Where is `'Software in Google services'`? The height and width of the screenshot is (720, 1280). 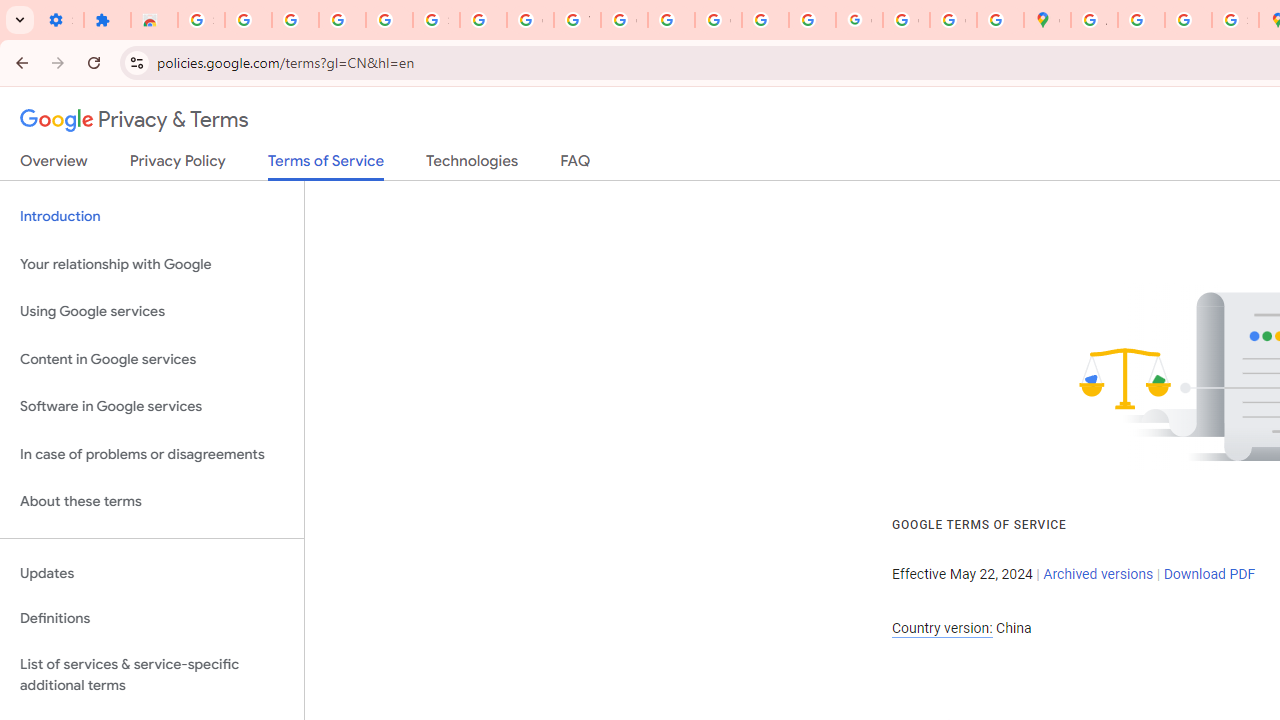
'Software in Google services' is located at coordinates (151, 406).